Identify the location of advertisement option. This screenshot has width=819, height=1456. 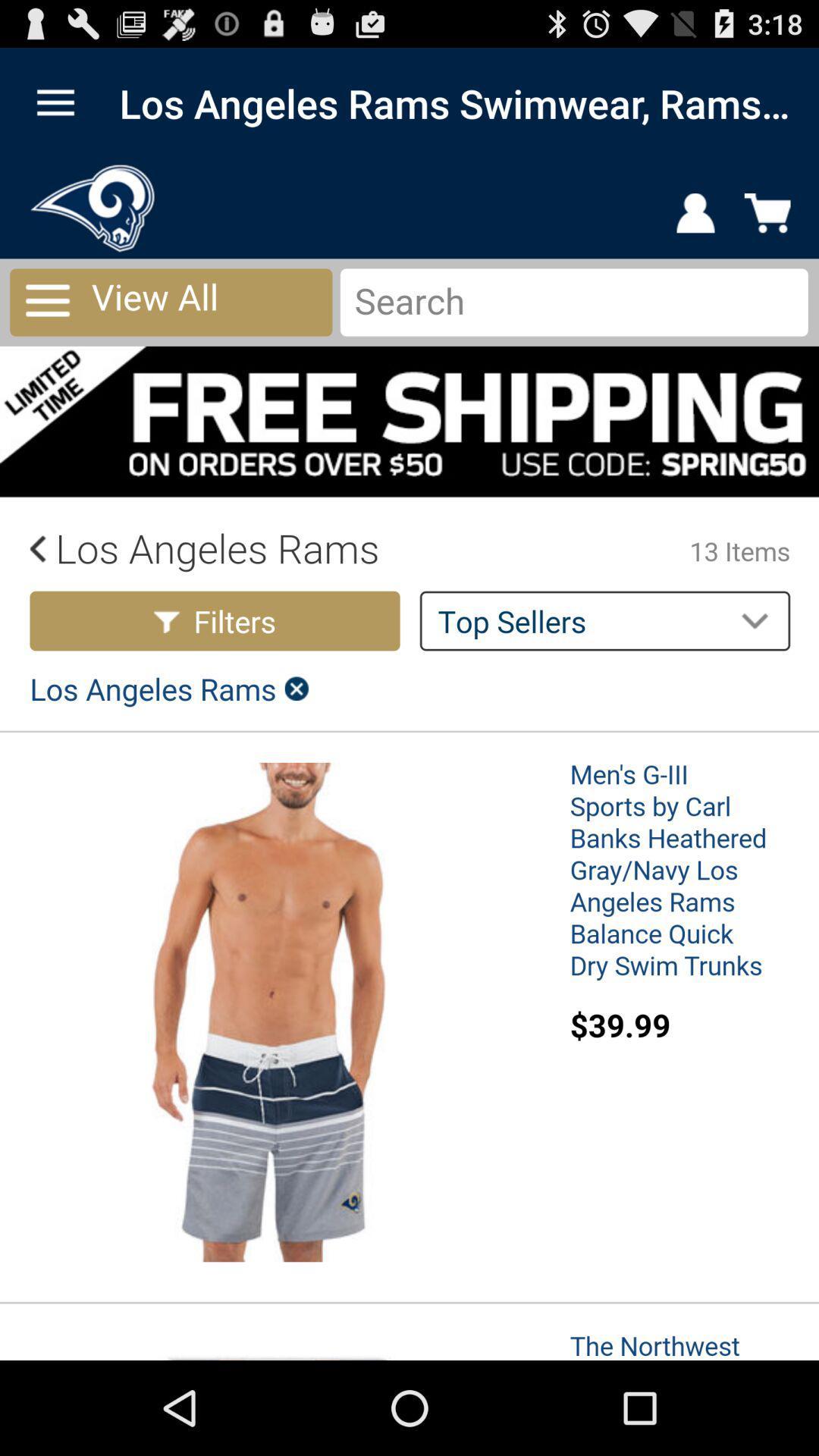
(409, 760).